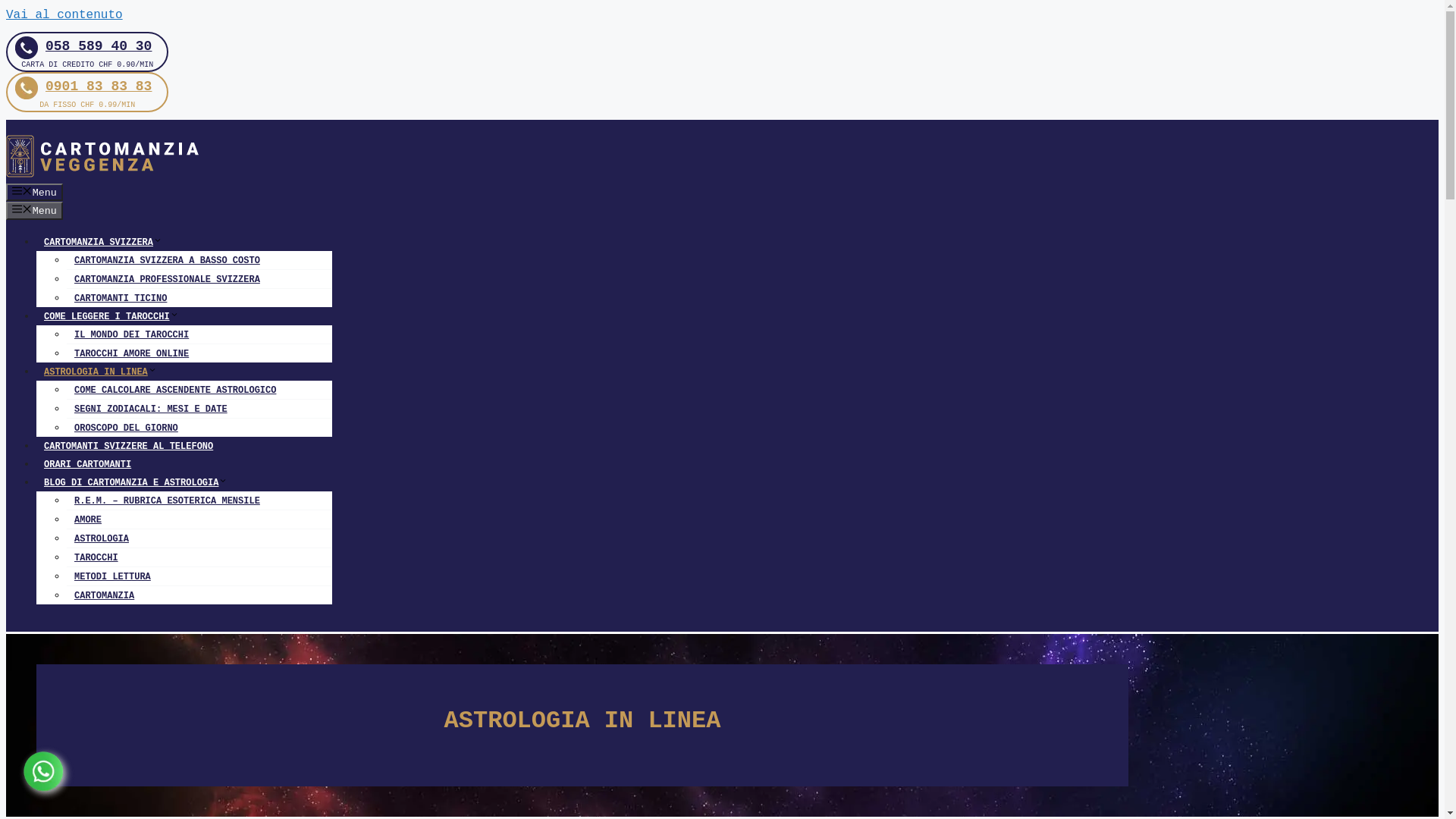 The image size is (1456, 819). What do you see at coordinates (115, 298) in the screenshot?
I see `'CARTOMANTI TICINO'` at bounding box center [115, 298].